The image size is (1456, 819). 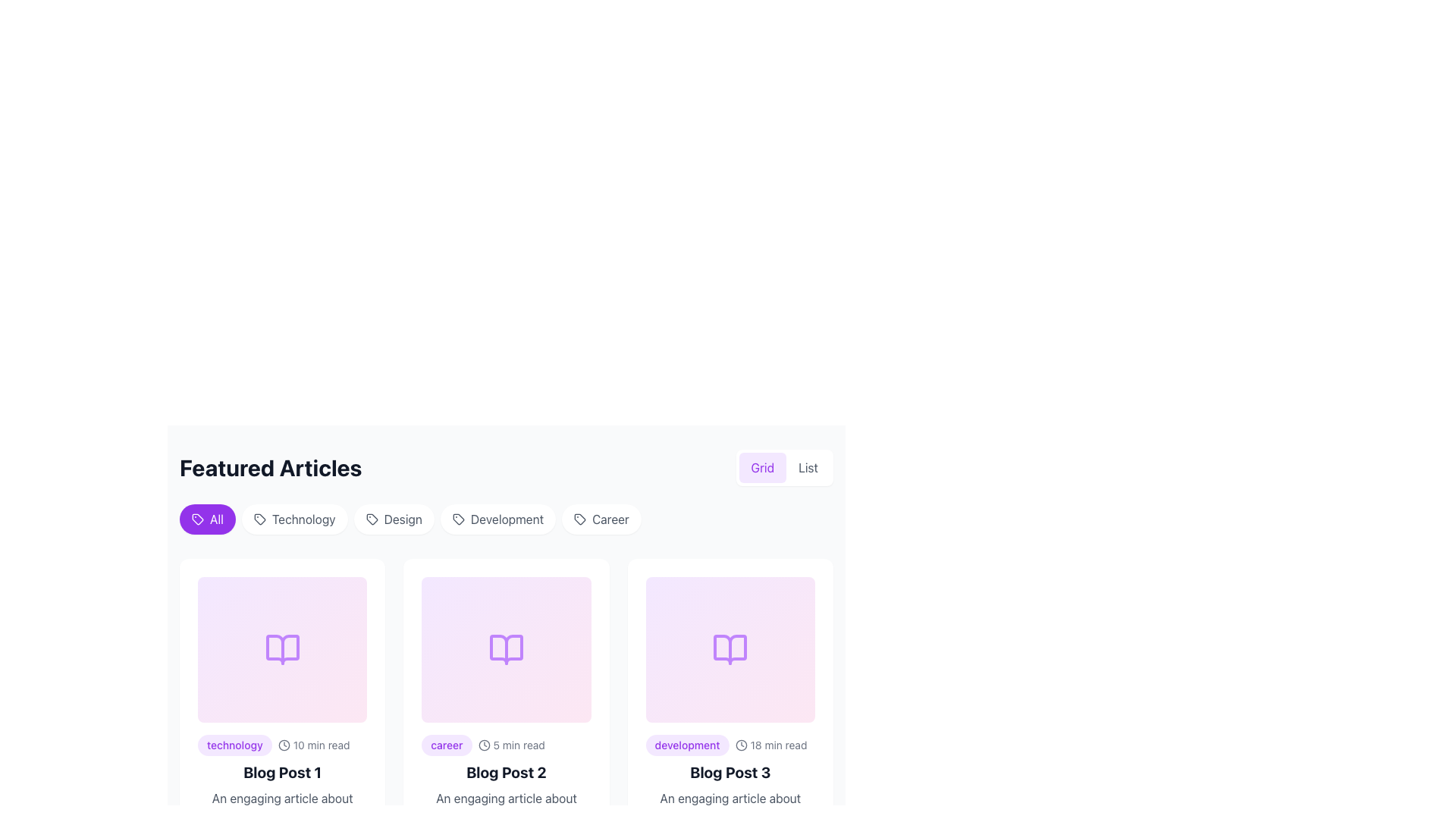 I want to click on the category tag label located in the upper left corner of the first article card under the 'Featured Articles' section, aligned to the left of the '10 min read' label, so click(x=234, y=745).